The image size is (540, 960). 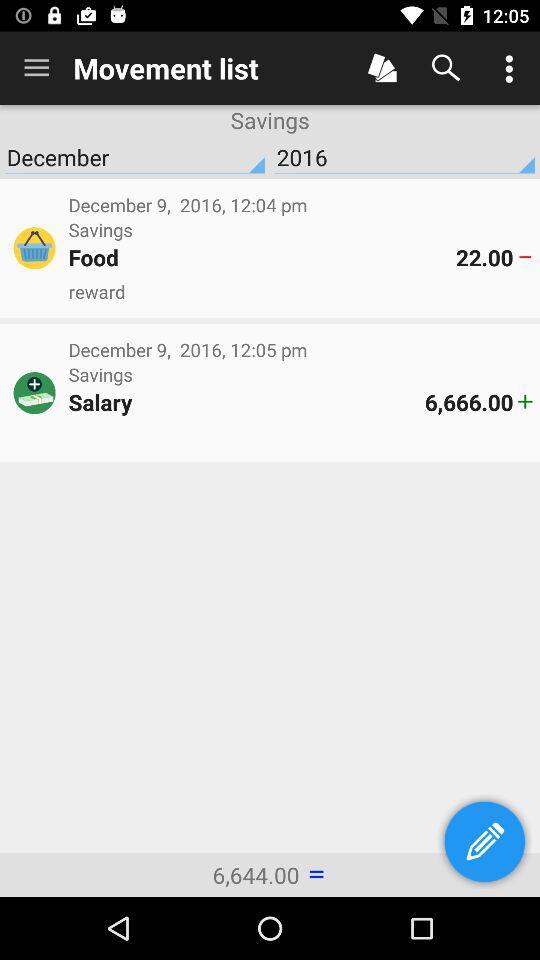 What do you see at coordinates (382, 68) in the screenshot?
I see `random selection` at bounding box center [382, 68].